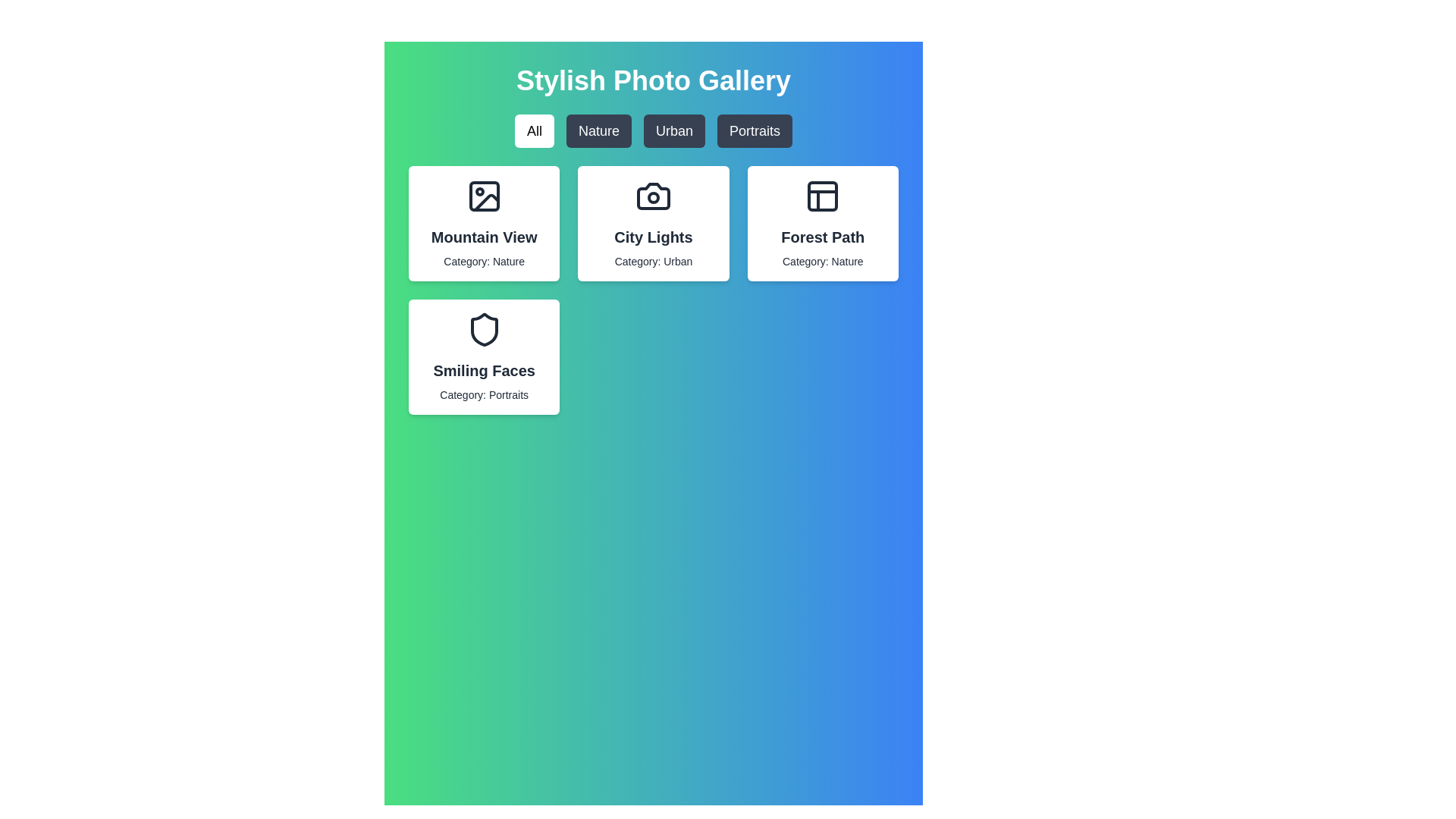 Image resolution: width=1456 pixels, height=819 pixels. What do you see at coordinates (654, 237) in the screenshot?
I see `the 'City Lights' text label, which is styled in bold and centered, located within the second card of the grid layout, above the 'Category: Urban' text` at bounding box center [654, 237].